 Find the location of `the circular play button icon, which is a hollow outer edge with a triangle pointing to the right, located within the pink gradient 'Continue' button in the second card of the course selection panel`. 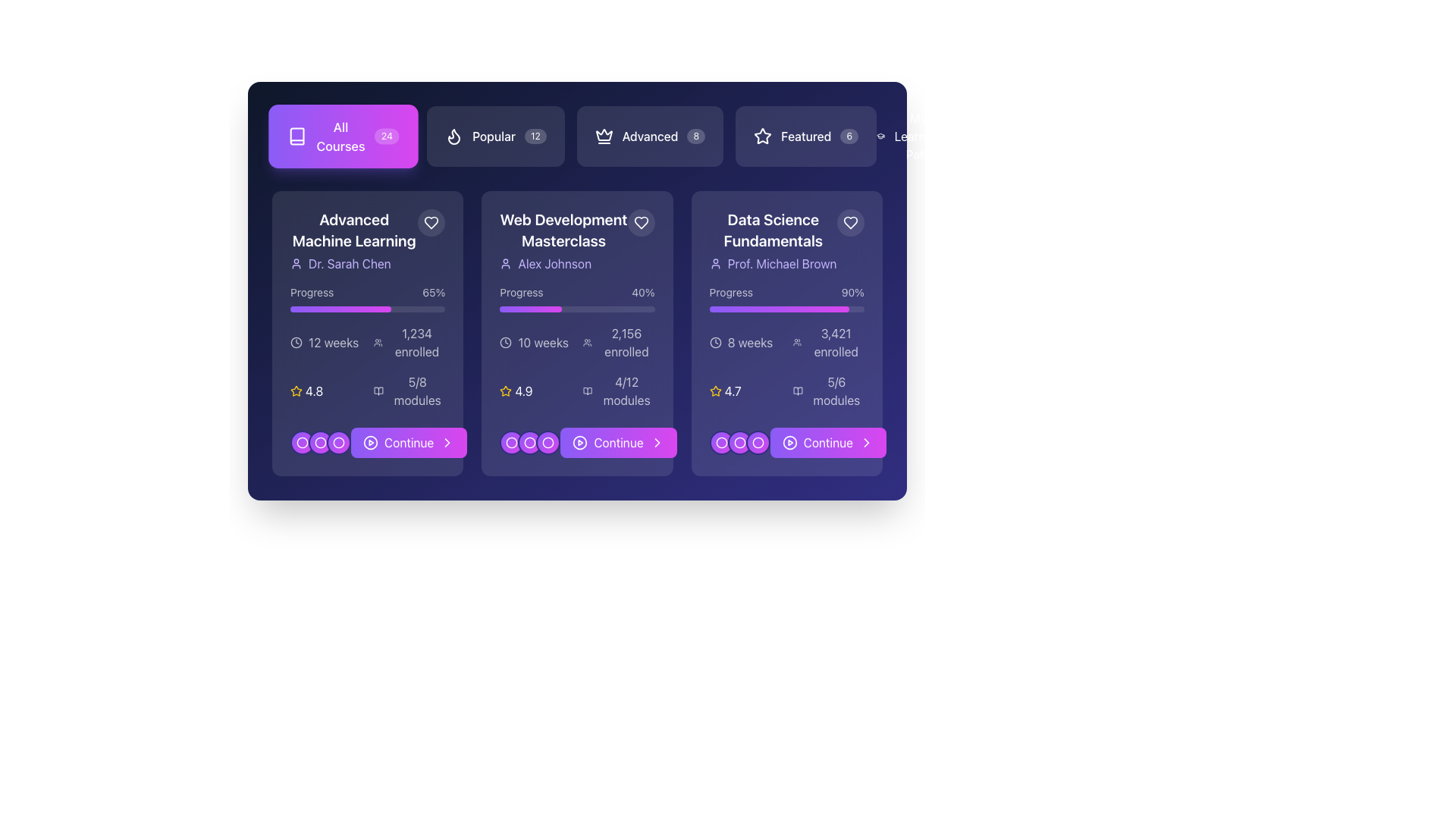

the circular play button icon, which is a hollow outer edge with a triangle pointing to the right, located within the pink gradient 'Continue' button in the second card of the course selection panel is located at coordinates (579, 442).